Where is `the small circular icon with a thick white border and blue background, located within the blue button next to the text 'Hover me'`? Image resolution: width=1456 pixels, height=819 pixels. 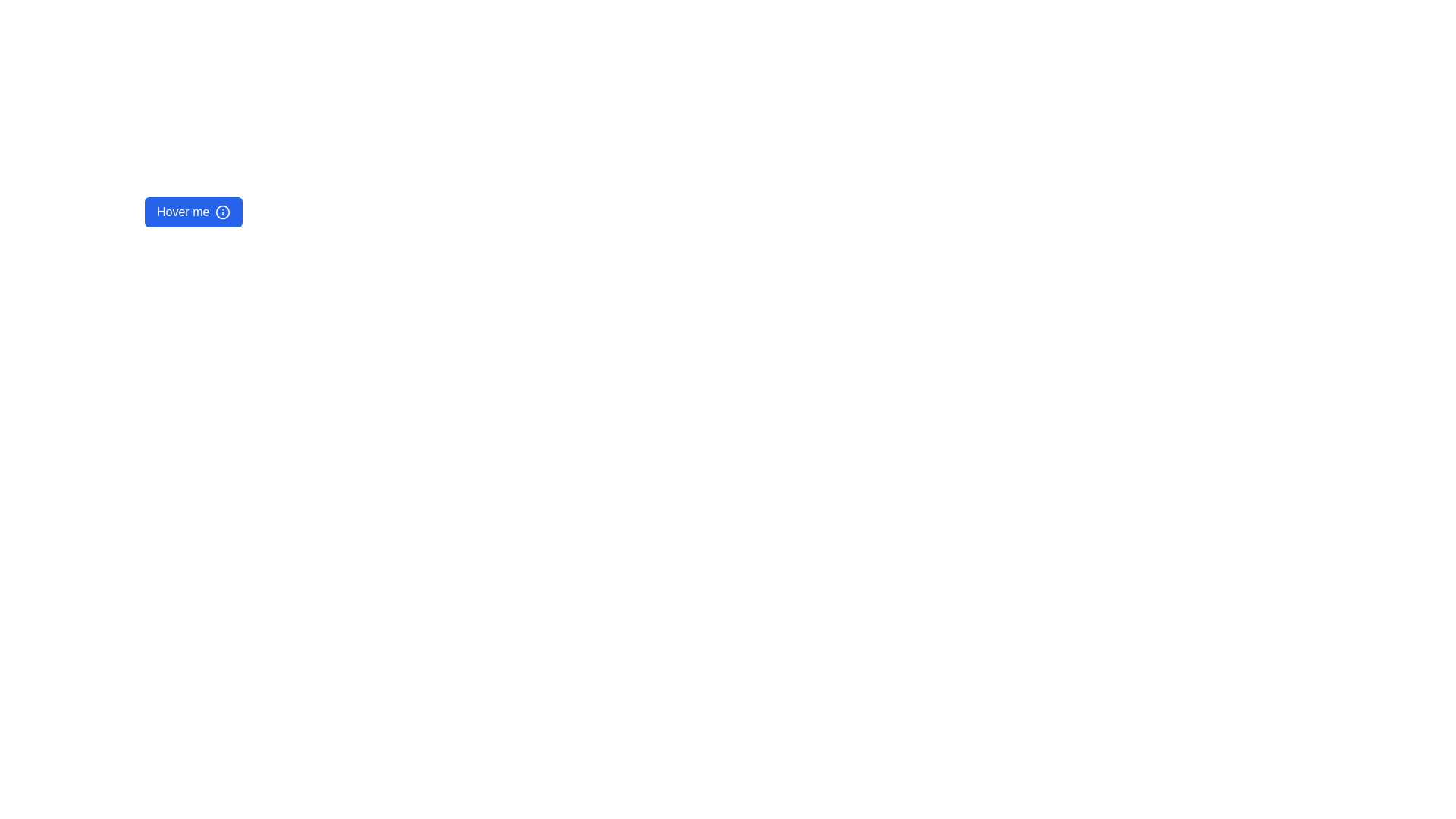 the small circular icon with a thick white border and blue background, located within the blue button next to the text 'Hover me' is located at coordinates (222, 212).